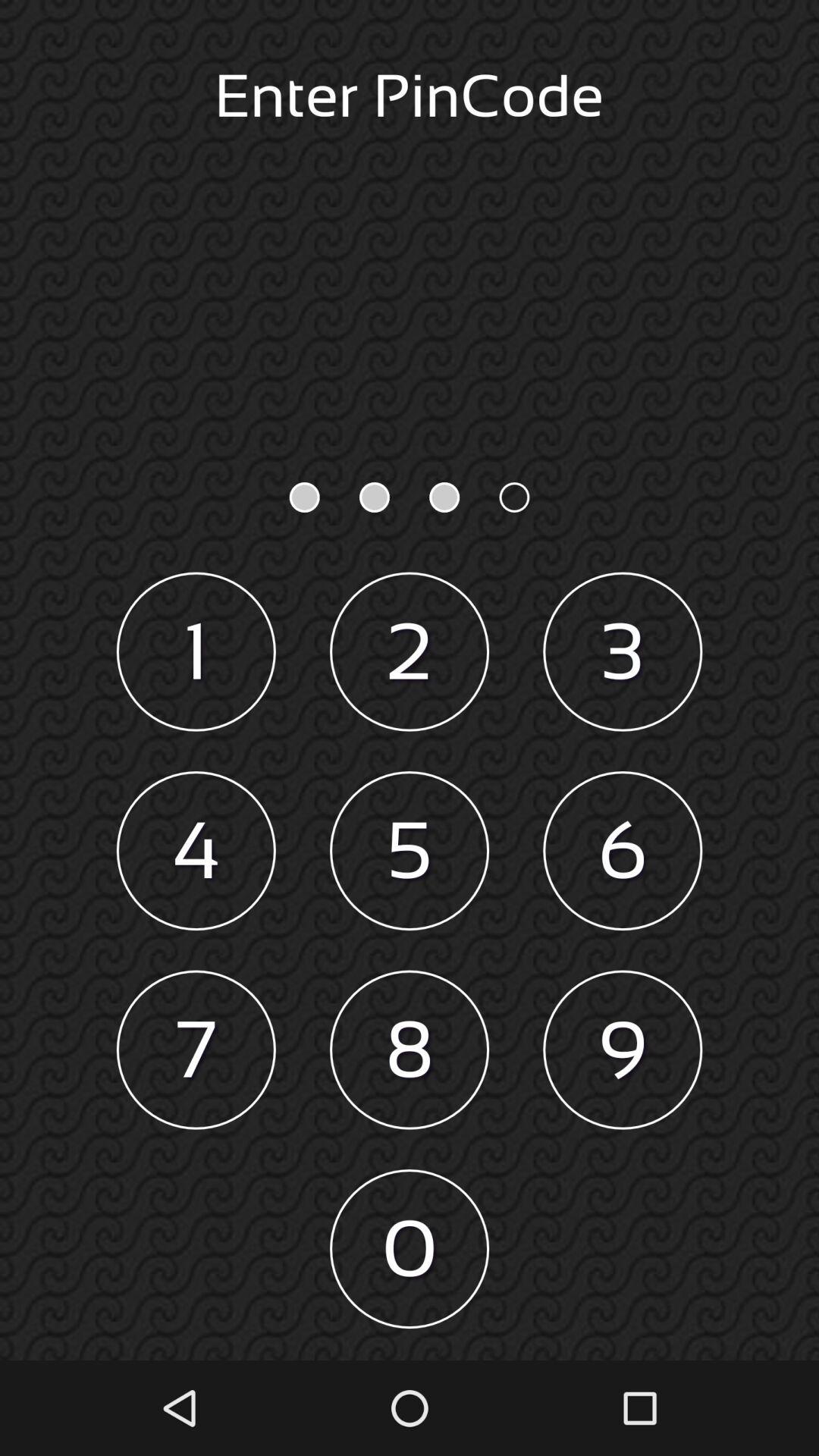  I want to click on item next to the 8 item, so click(195, 1049).